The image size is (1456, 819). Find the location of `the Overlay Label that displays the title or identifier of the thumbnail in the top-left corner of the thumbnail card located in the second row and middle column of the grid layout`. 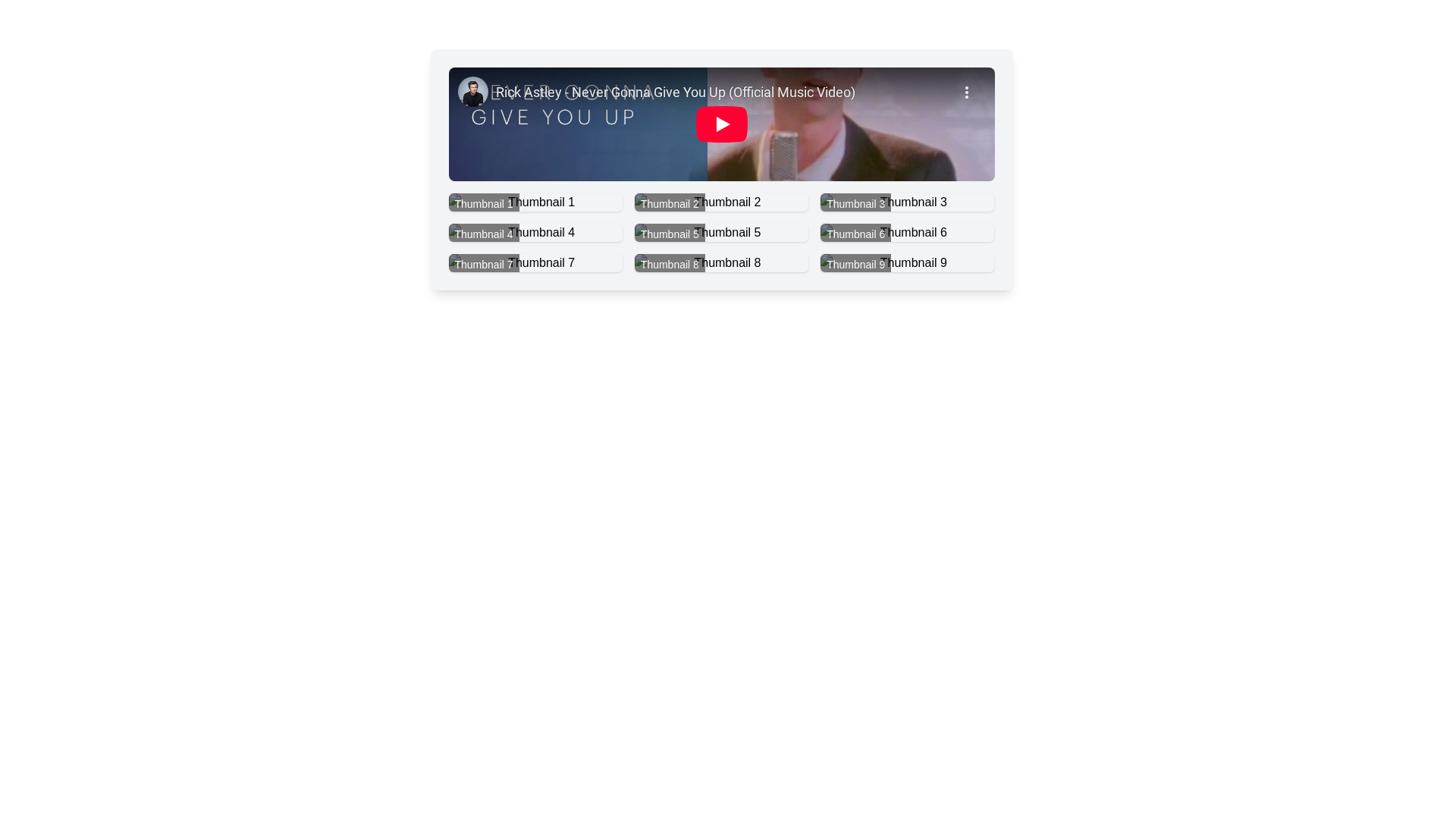

the Overlay Label that displays the title or identifier of the thumbnail in the top-left corner of the thumbnail card located in the second row and middle column of the grid layout is located at coordinates (669, 263).